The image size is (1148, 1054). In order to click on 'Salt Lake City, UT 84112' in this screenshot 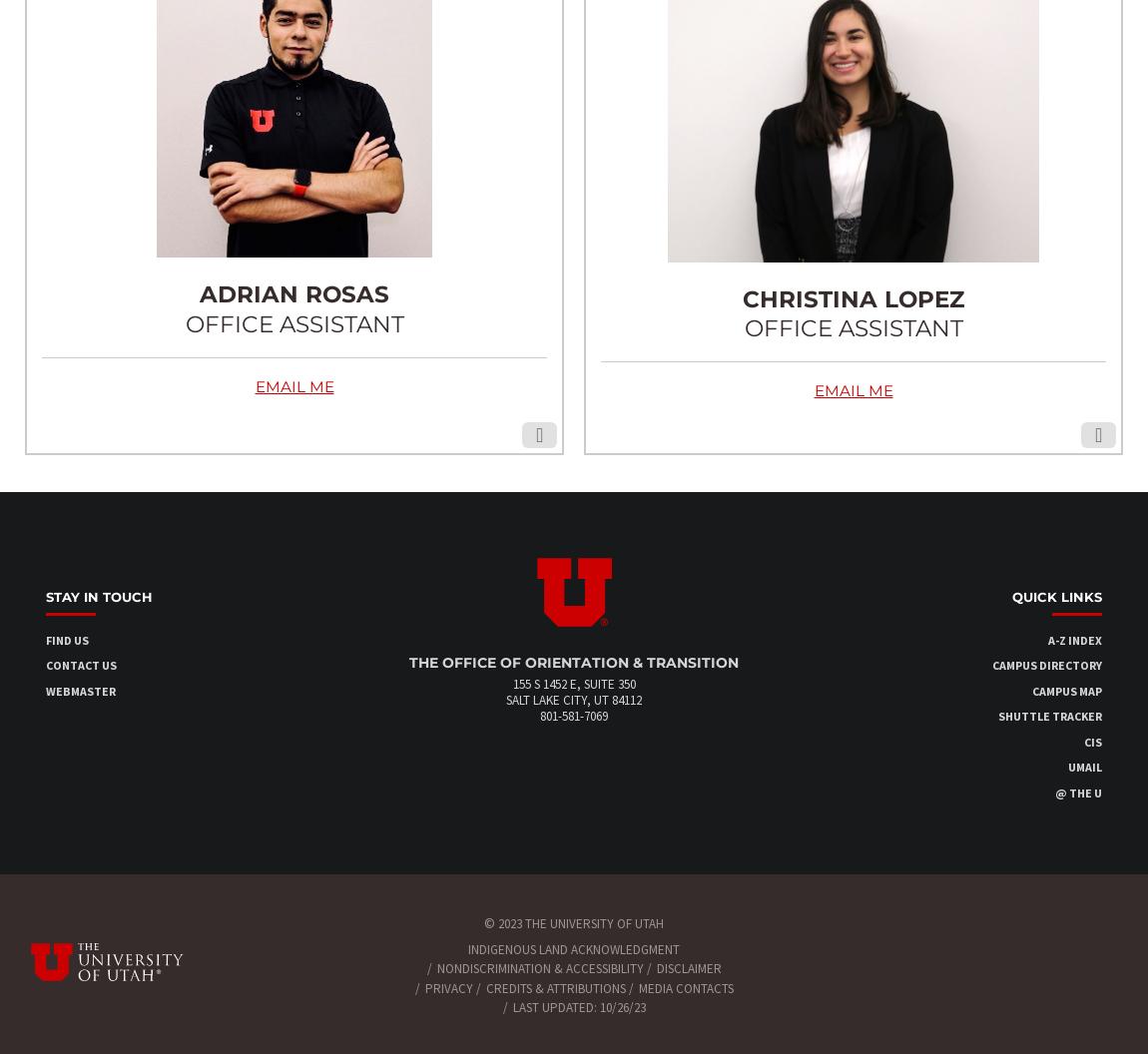, I will do `click(574, 700)`.